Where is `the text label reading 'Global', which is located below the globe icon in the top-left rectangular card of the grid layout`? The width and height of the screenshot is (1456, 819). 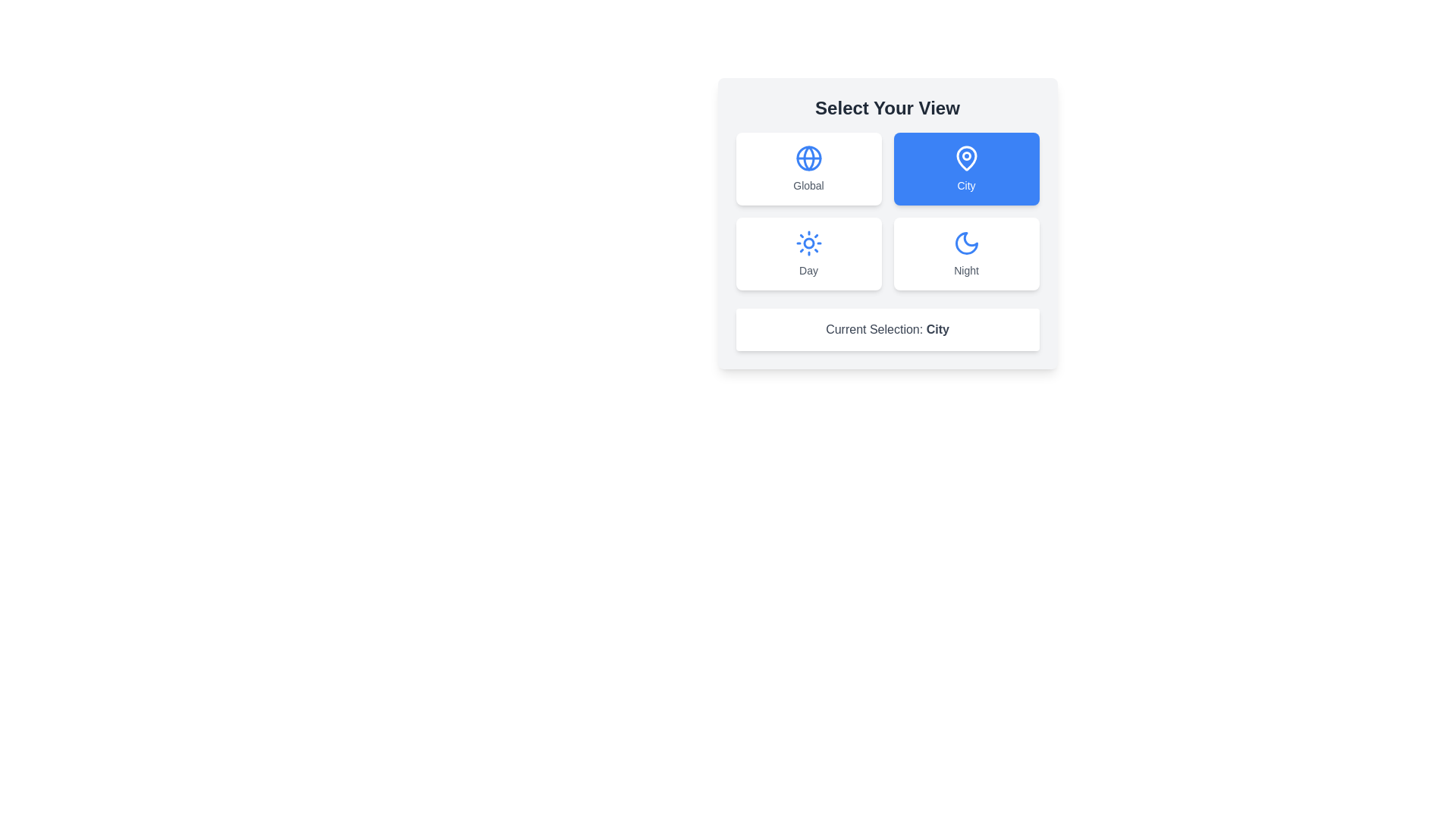 the text label reading 'Global', which is located below the globe icon in the top-left rectangular card of the grid layout is located at coordinates (808, 185).